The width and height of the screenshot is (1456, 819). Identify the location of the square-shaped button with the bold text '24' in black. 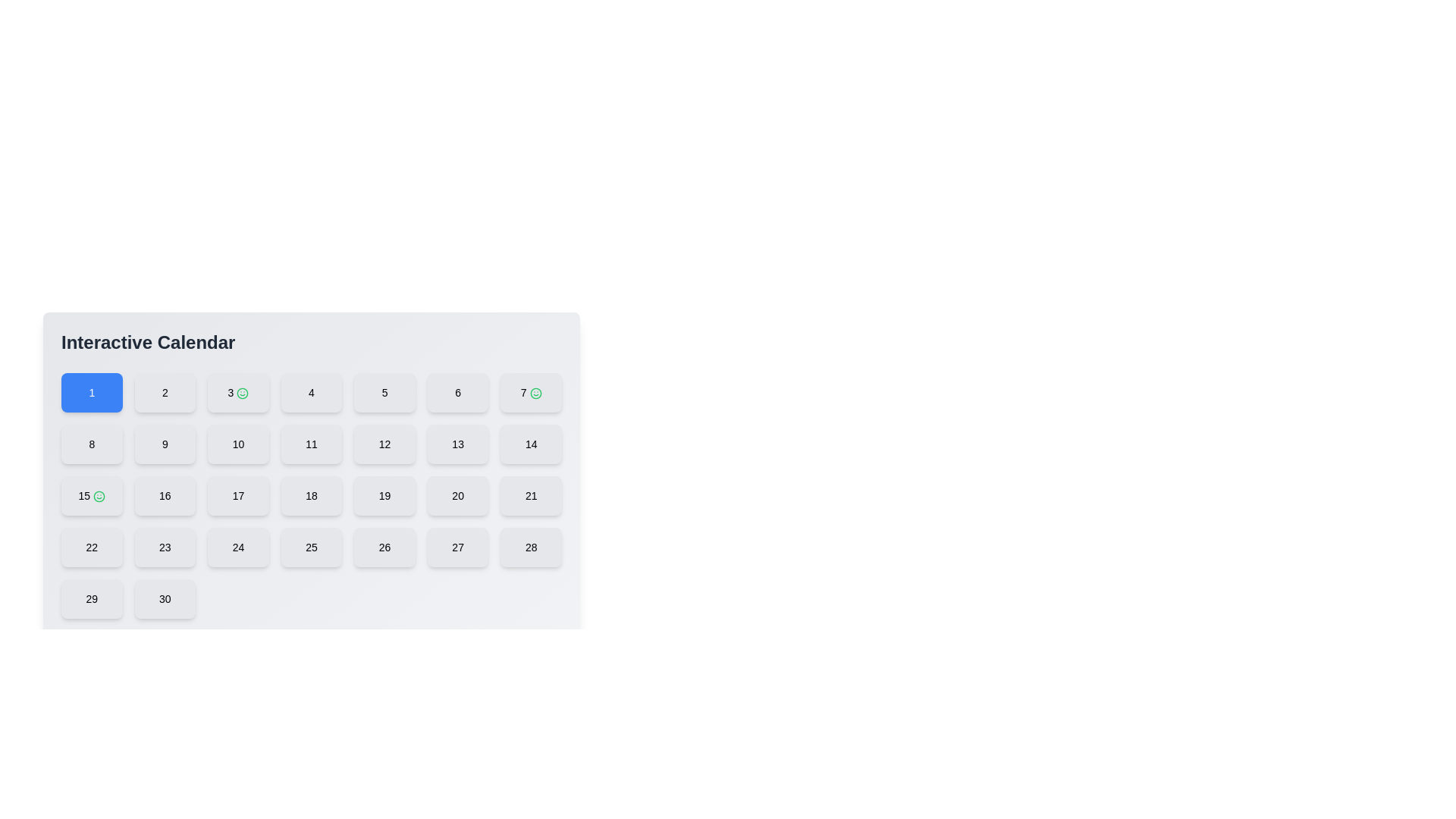
(237, 547).